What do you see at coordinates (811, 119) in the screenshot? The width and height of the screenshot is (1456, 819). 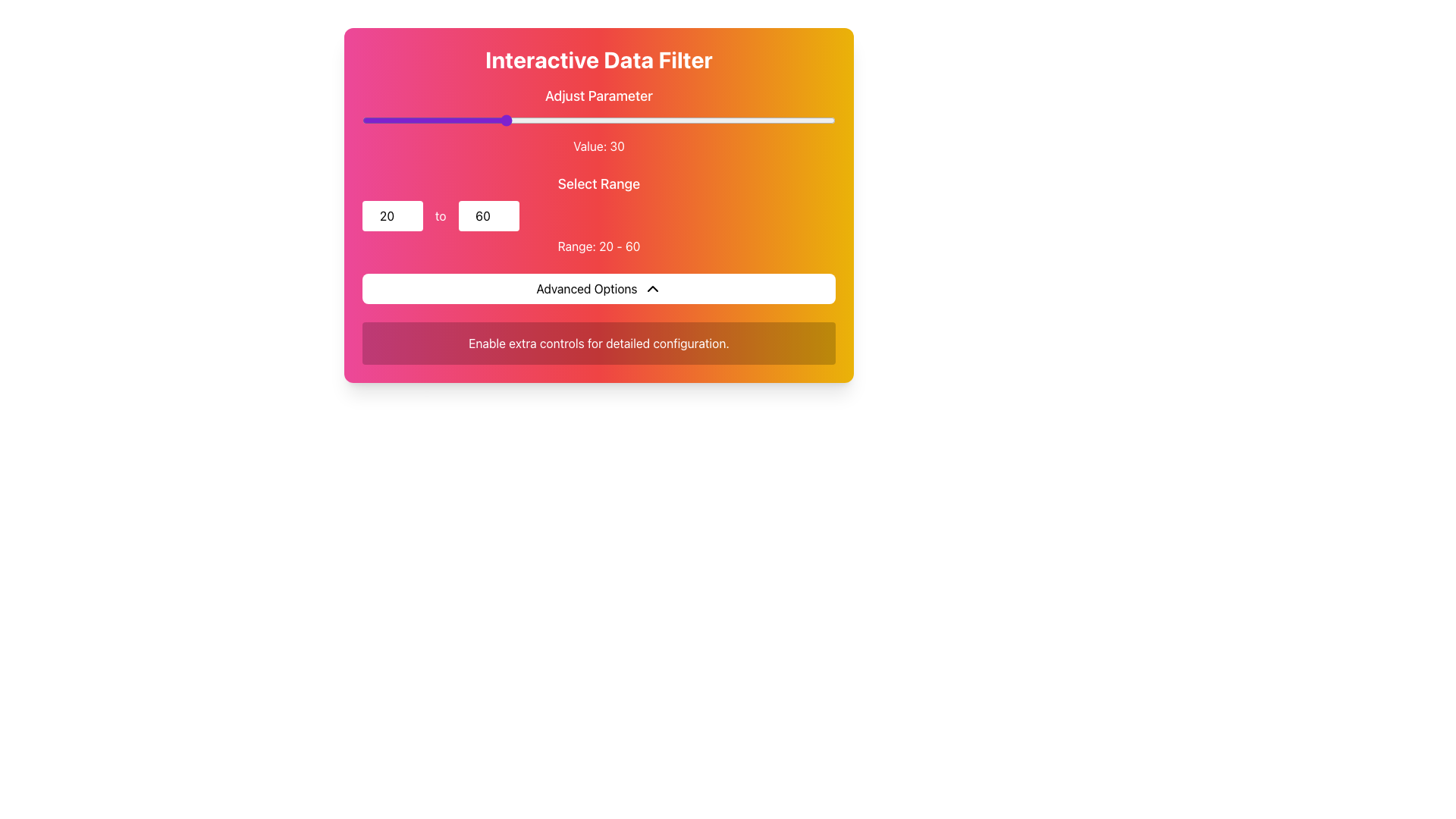 I see `the parameter` at bounding box center [811, 119].